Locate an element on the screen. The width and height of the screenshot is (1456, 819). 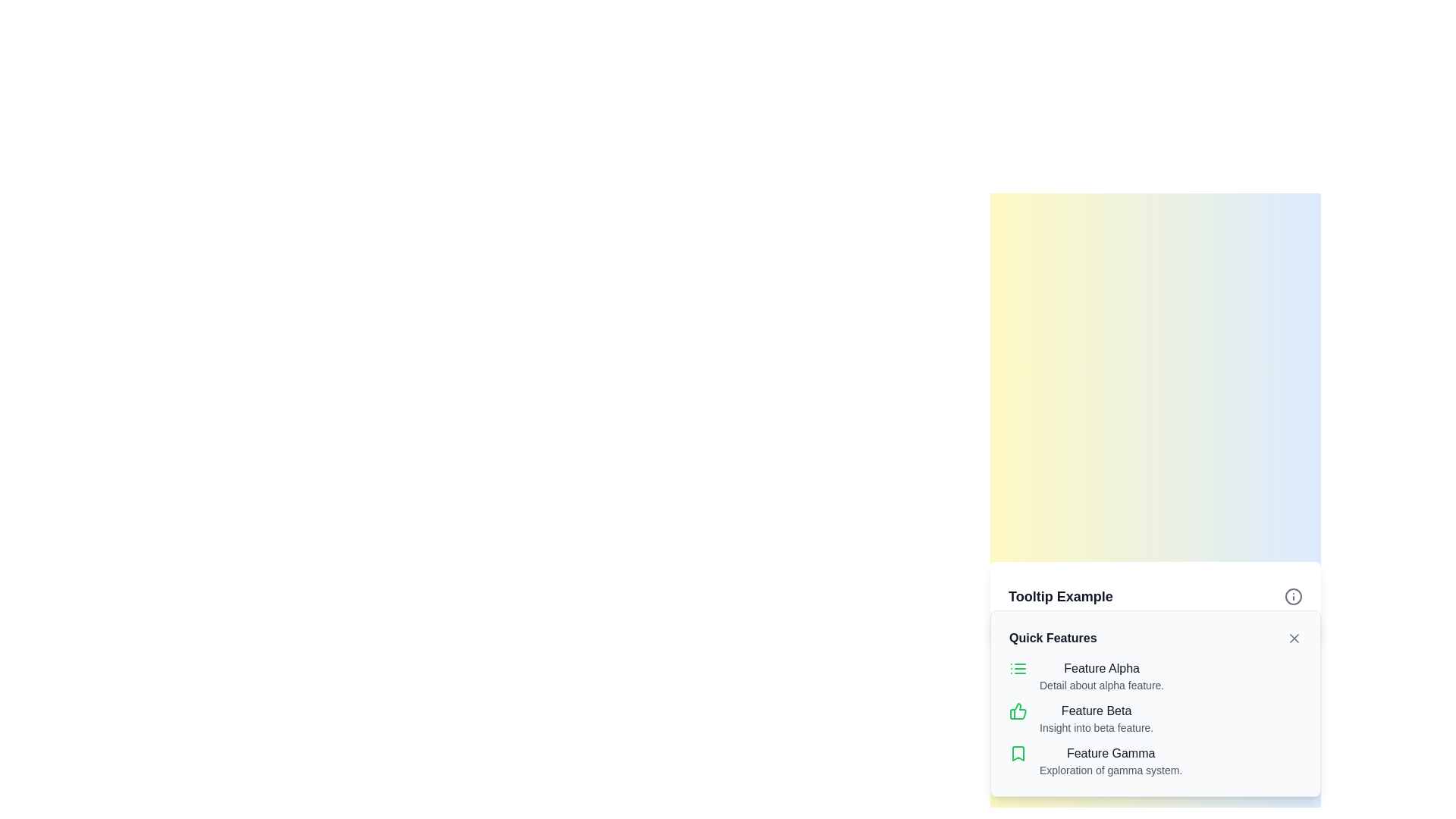
the informational help icon located at the top-right corner of the 'Tooltip Example' header is located at coordinates (1292, 595).